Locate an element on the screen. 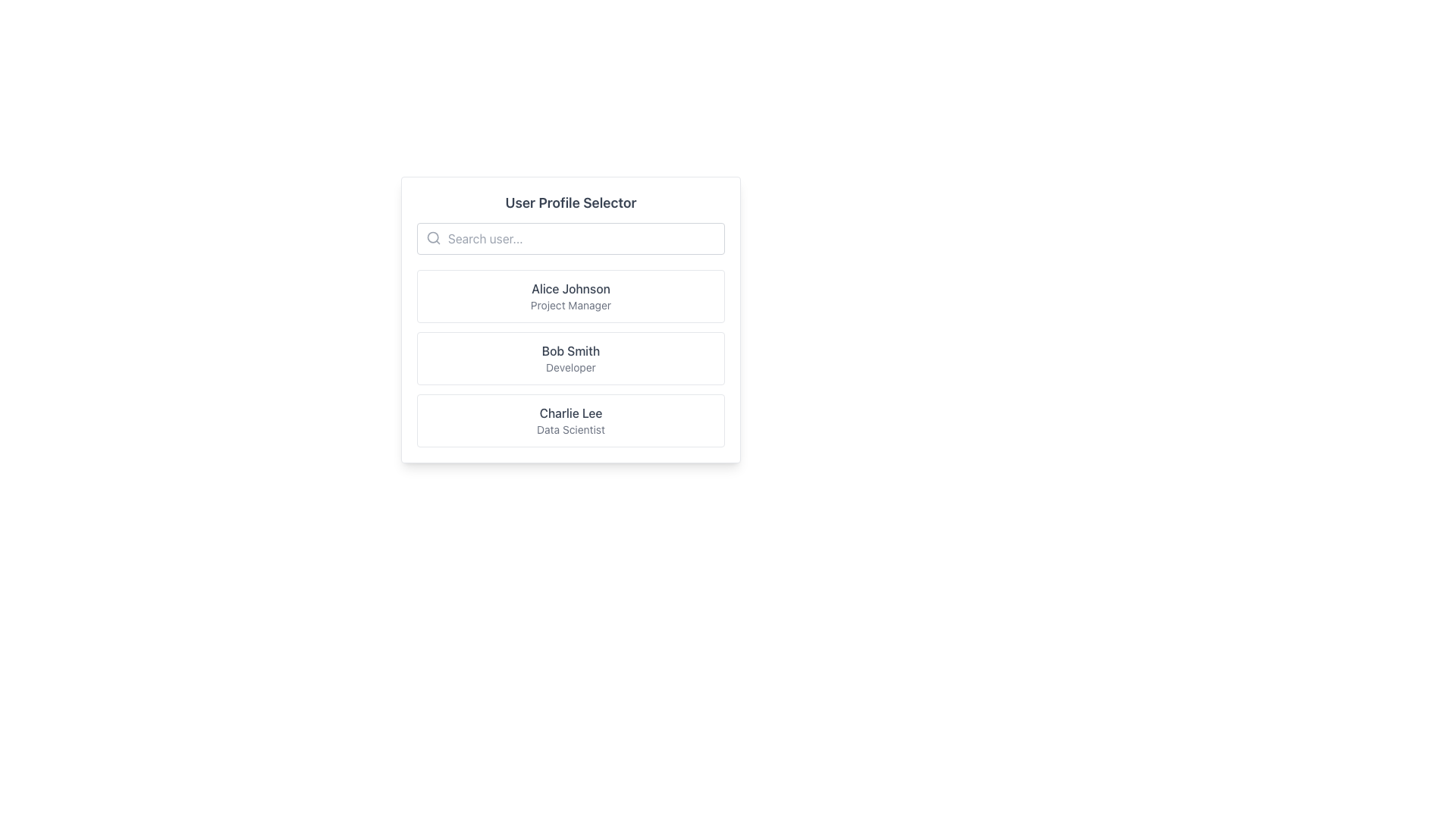  the List Item displaying 'Bob Smith' and 'Developer' is located at coordinates (570, 359).